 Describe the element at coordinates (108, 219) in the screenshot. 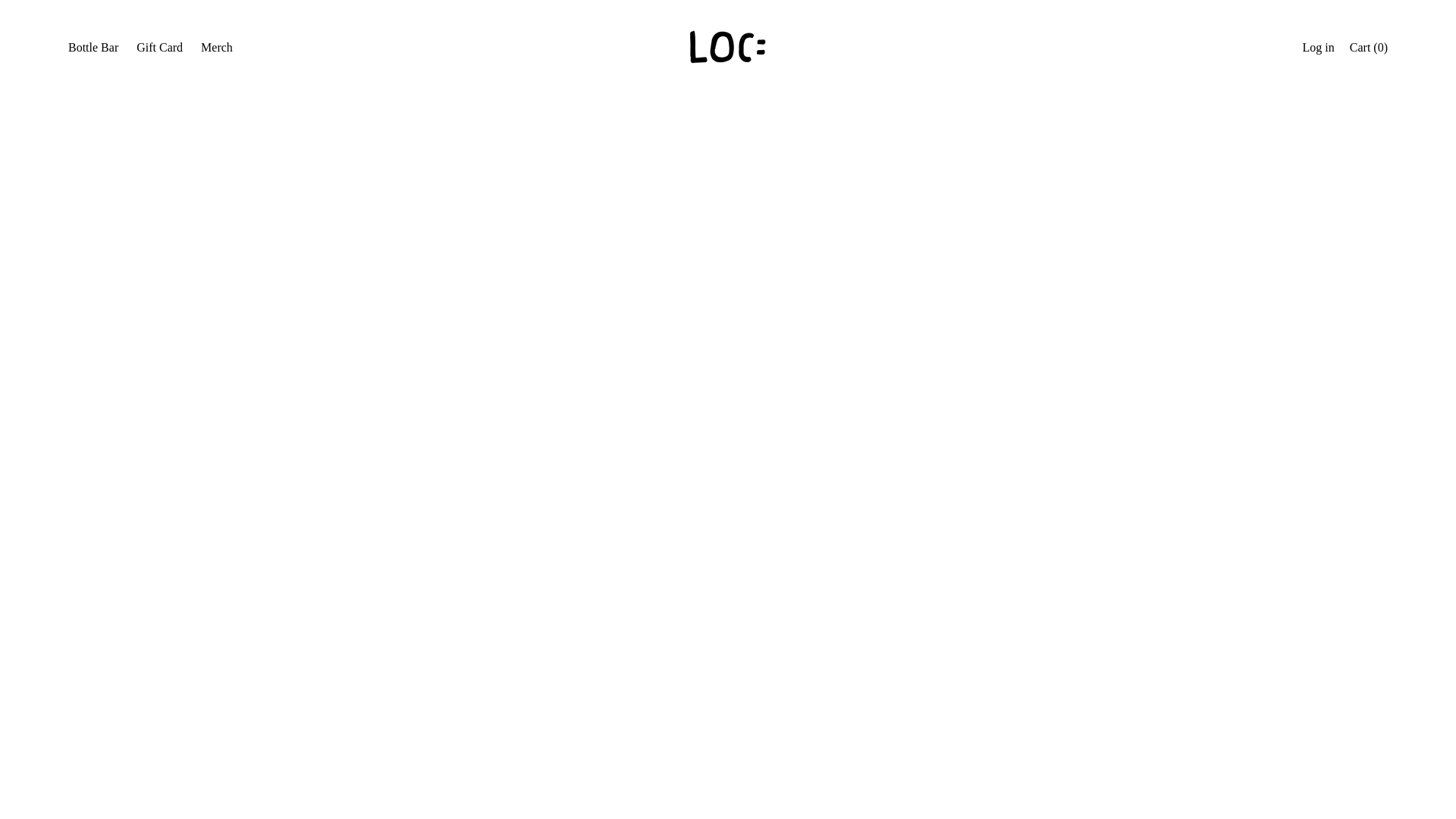

I see `'Bottle Bar'` at that location.